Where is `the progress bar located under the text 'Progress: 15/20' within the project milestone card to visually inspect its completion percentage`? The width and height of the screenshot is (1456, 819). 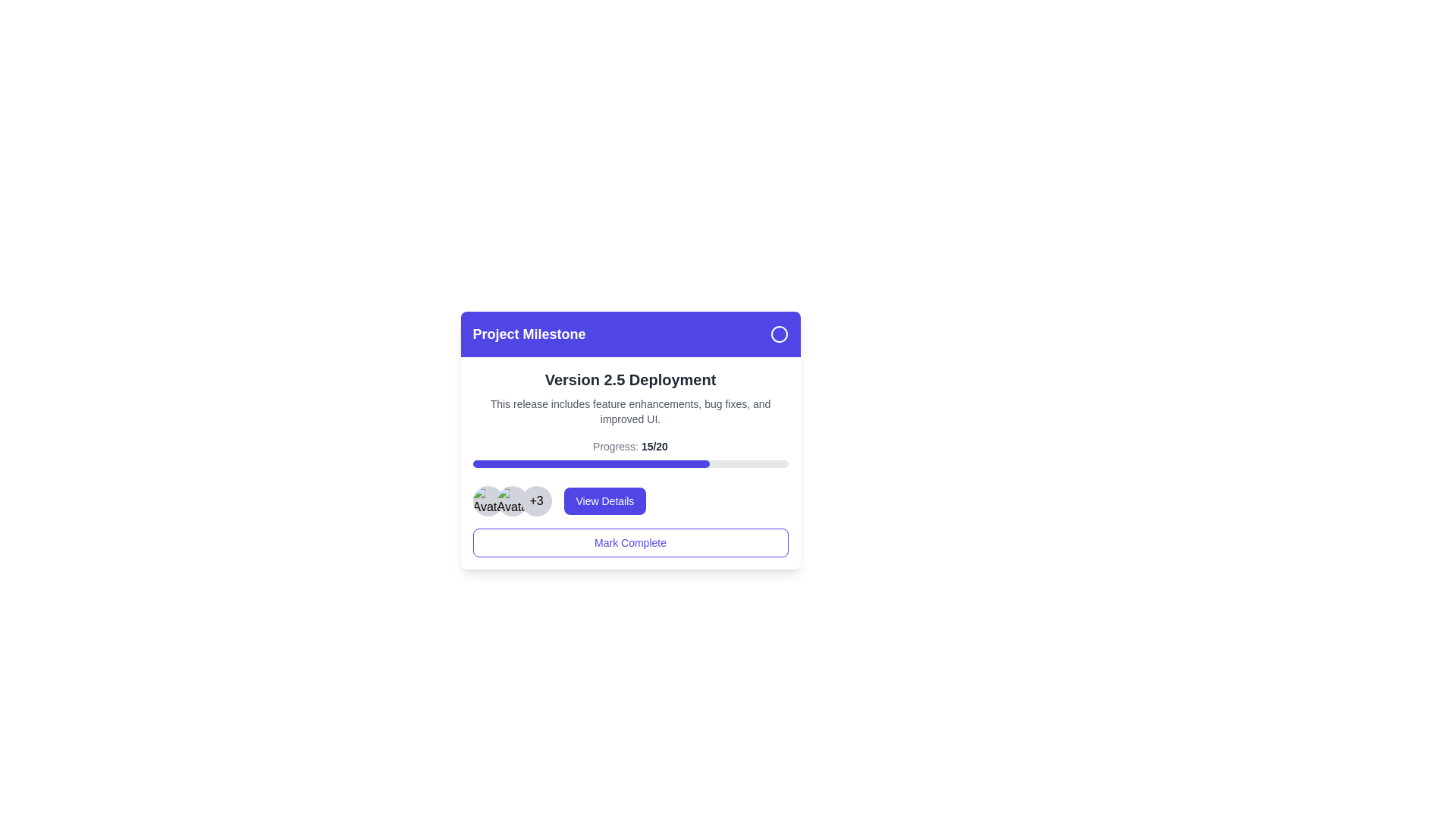 the progress bar located under the text 'Progress: 15/20' within the project milestone card to visually inspect its completion percentage is located at coordinates (630, 463).